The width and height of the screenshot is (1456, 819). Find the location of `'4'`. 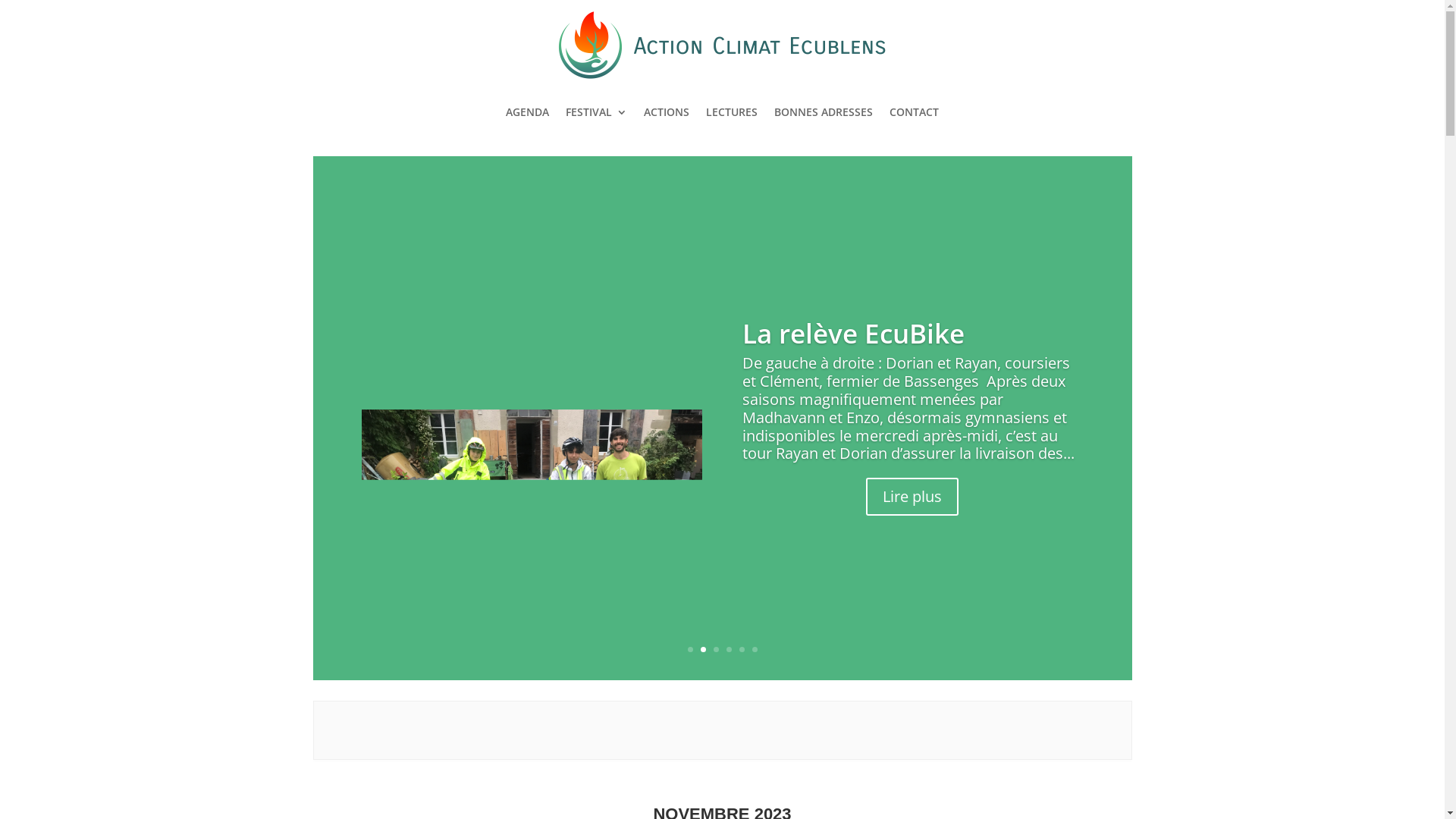

'4' is located at coordinates (729, 648).